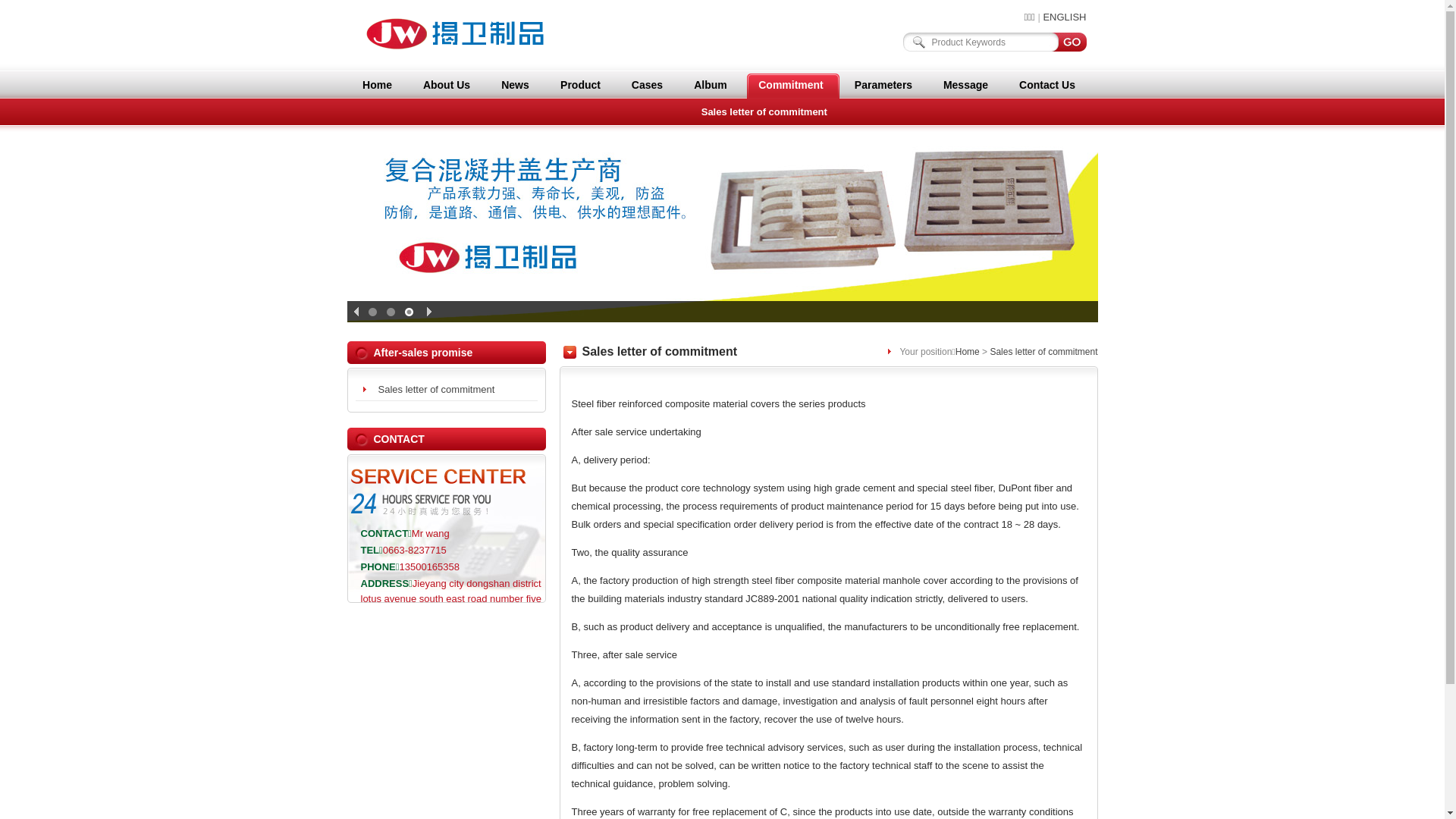  What do you see at coordinates (580, 84) in the screenshot?
I see `'Product'` at bounding box center [580, 84].